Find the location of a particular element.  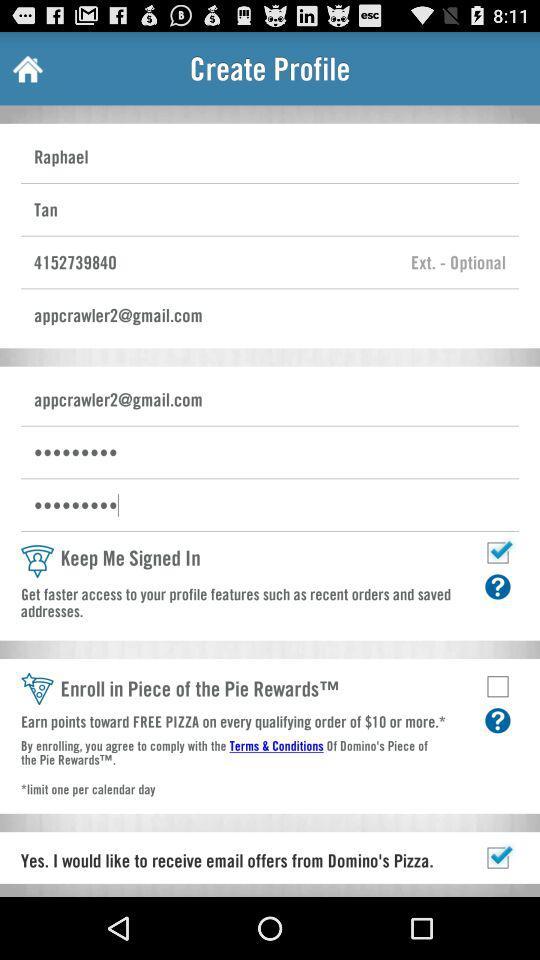

help is located at coordinates (496, 586).